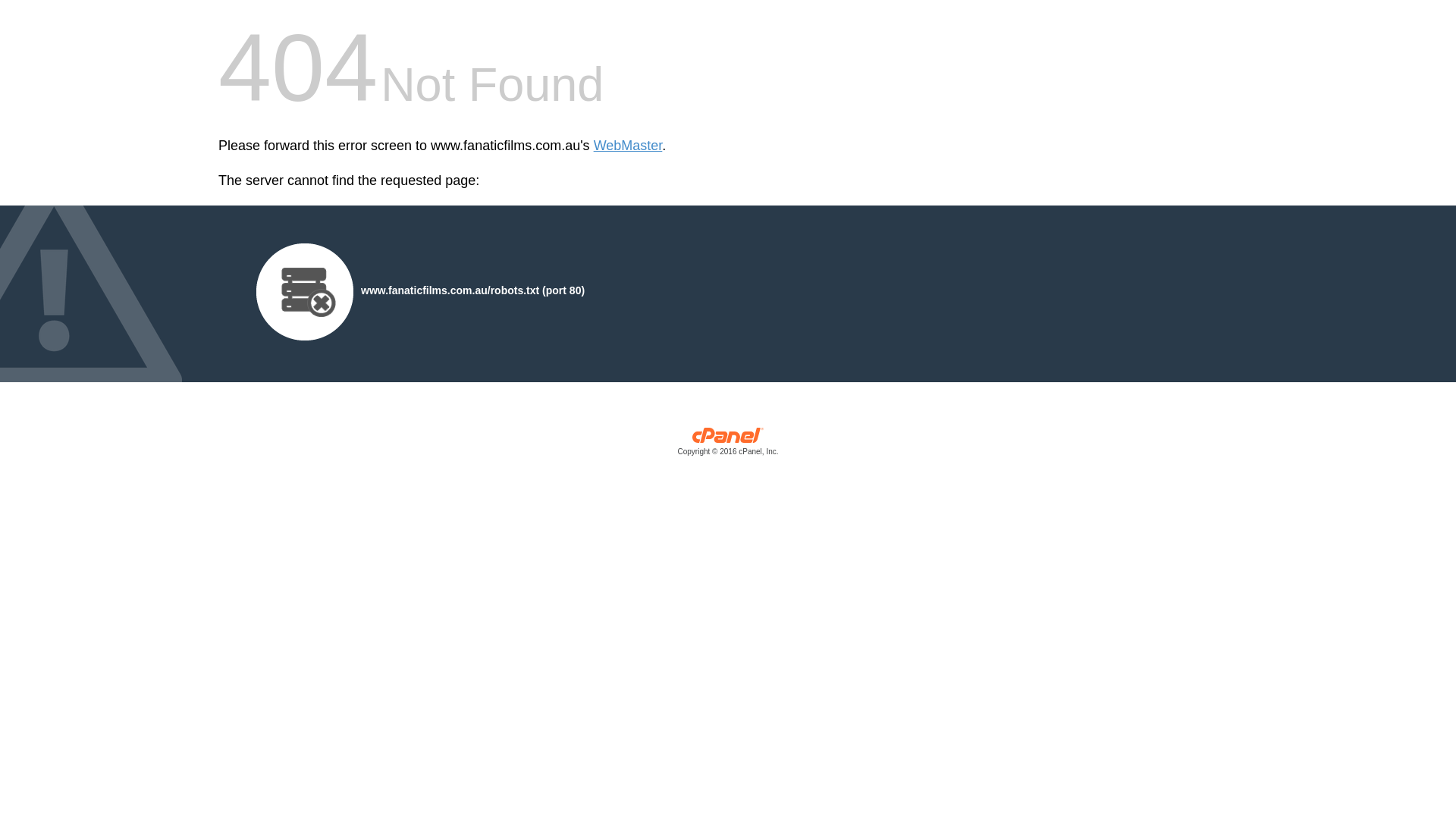  Describe the element at coordinates (592, 146) in the screenshot. I see `'WebMaster'` at that location.